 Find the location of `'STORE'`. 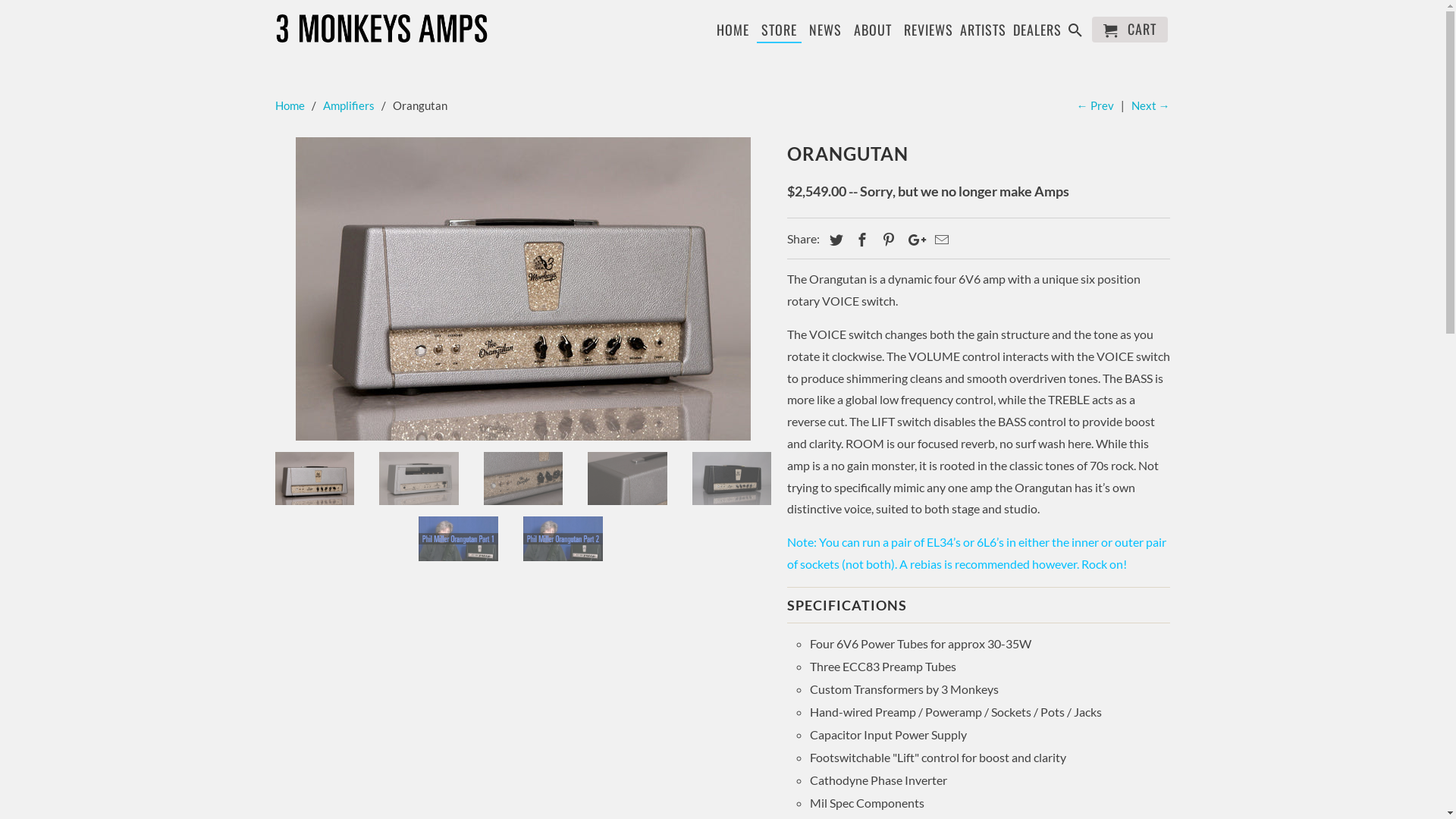

'STORE' is located at coordinates (779, 28).